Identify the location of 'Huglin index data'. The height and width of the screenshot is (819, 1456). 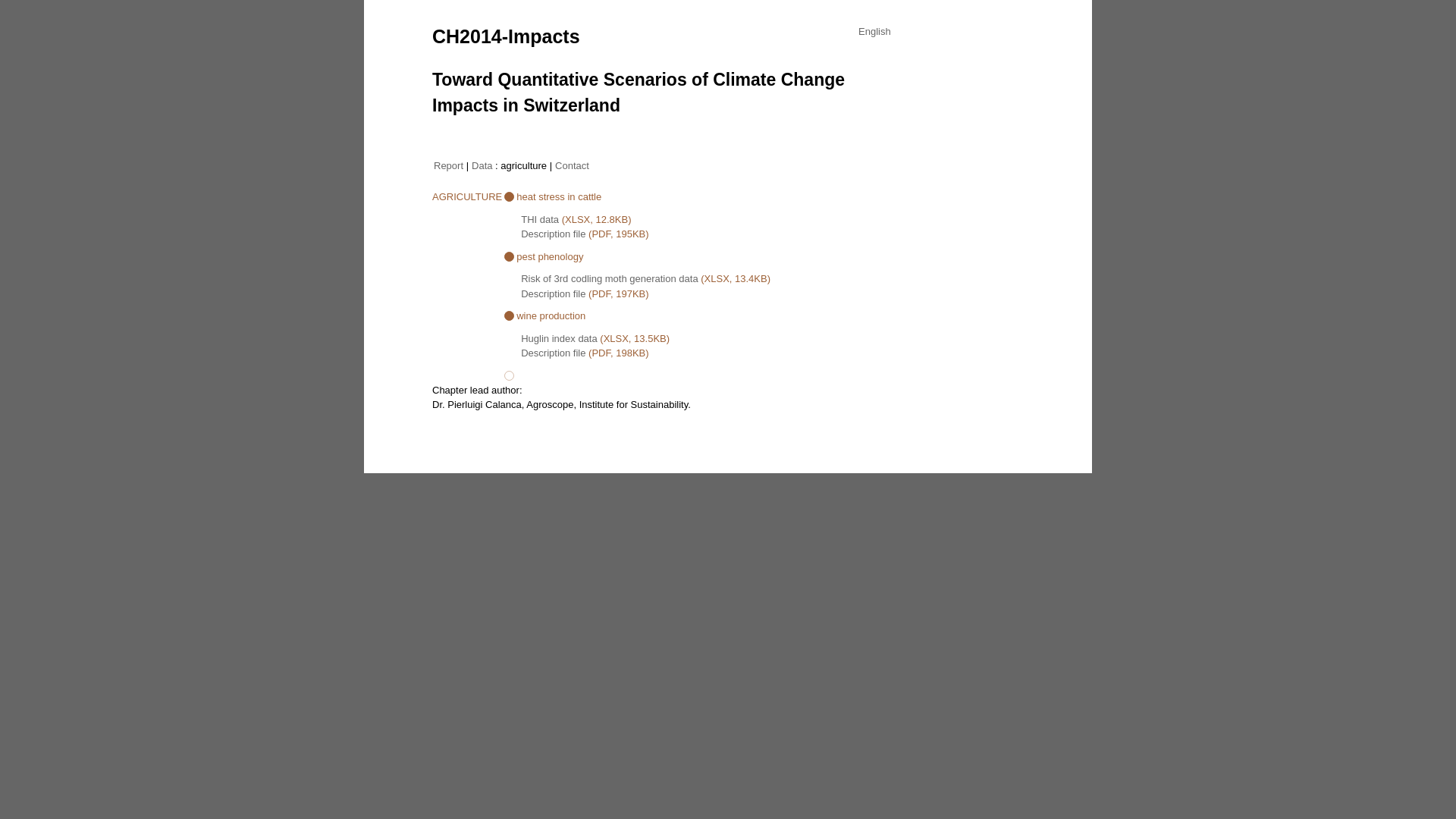
(558, 337).